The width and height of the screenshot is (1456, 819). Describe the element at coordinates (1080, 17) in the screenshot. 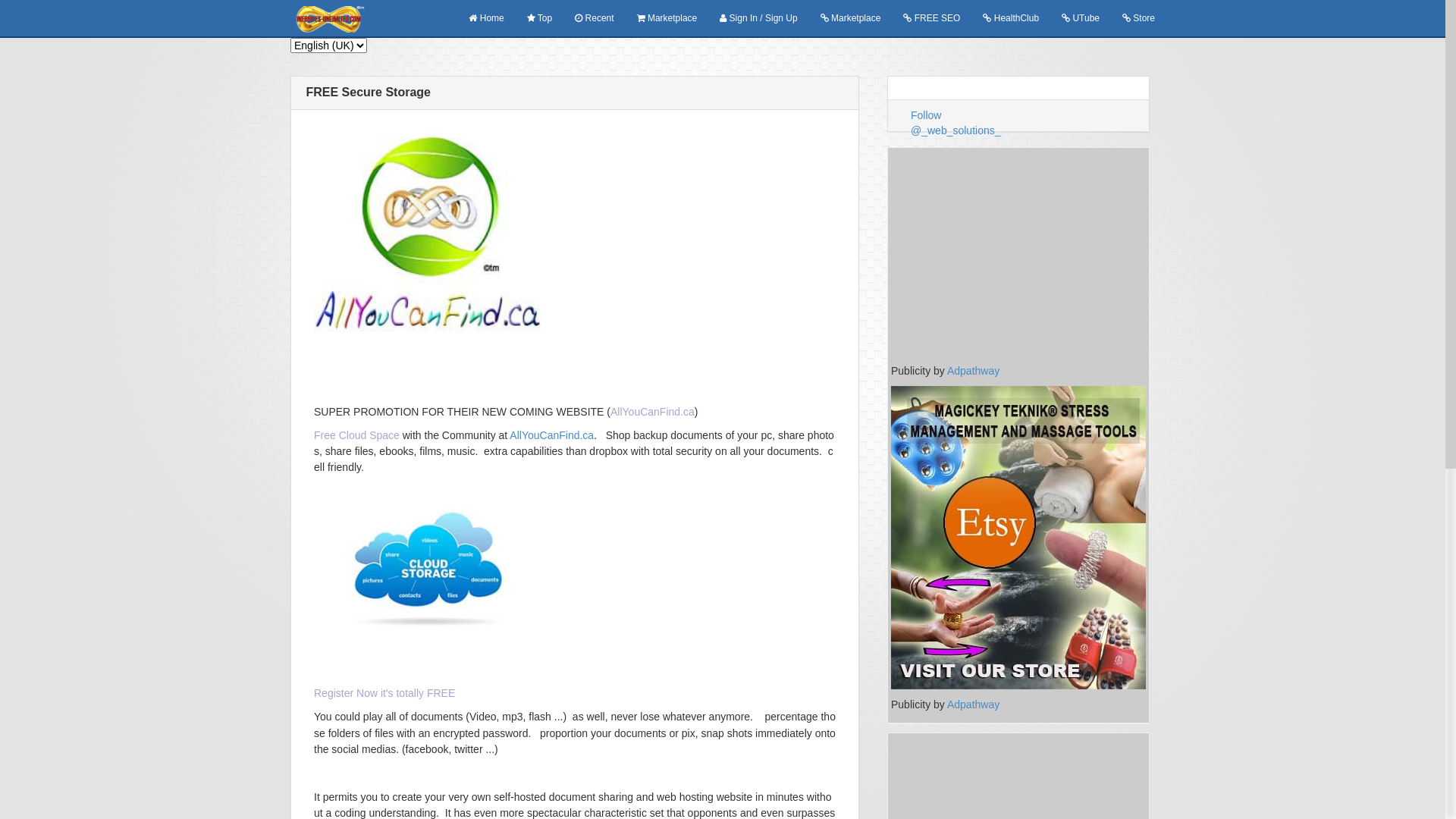

I see `'UTube'` at that location.